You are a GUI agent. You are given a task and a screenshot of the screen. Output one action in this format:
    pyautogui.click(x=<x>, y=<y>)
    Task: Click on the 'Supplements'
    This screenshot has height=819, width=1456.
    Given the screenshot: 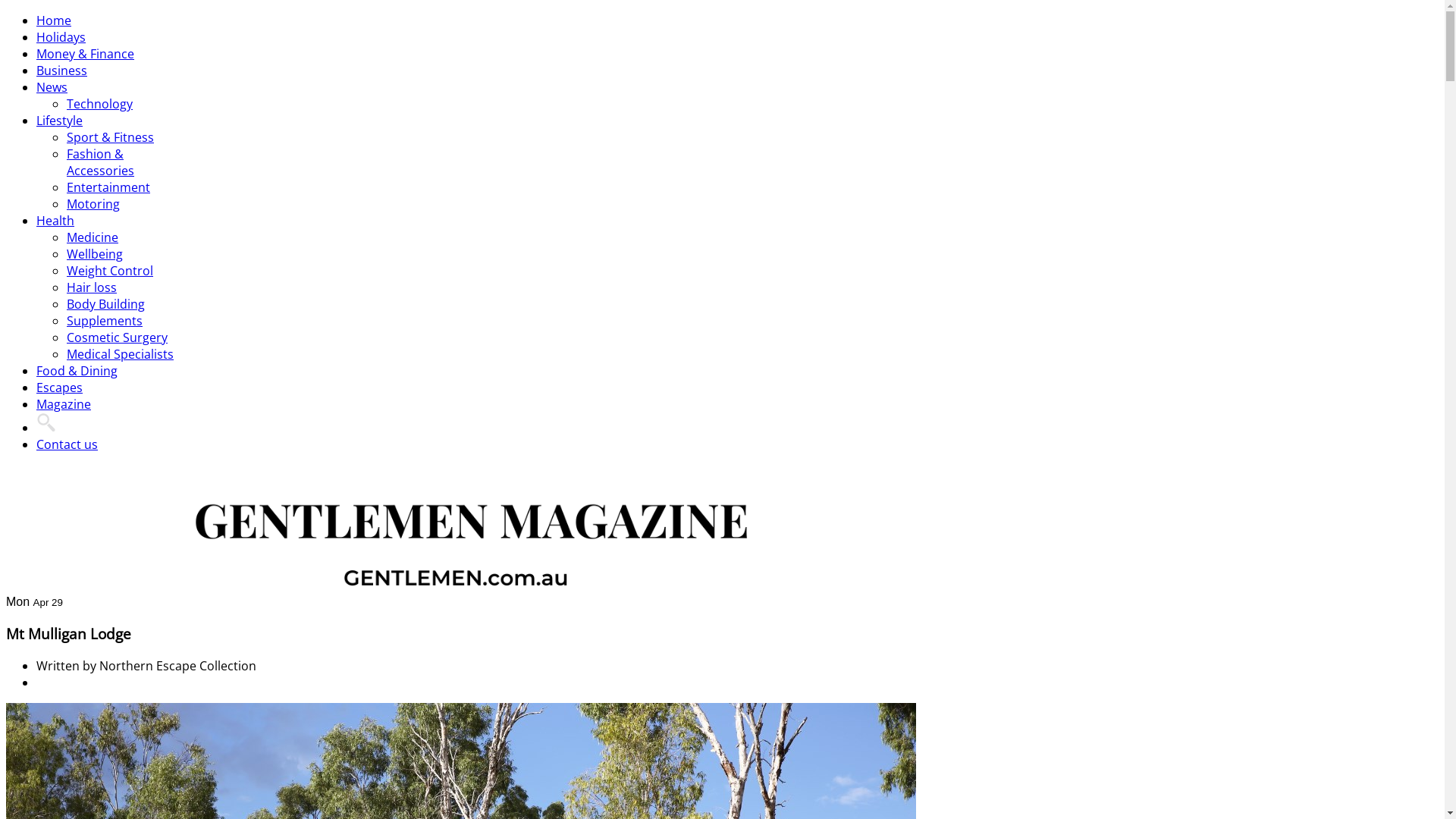 What is the action you would take?
    pyautogui.click(x=104, y=320)
    